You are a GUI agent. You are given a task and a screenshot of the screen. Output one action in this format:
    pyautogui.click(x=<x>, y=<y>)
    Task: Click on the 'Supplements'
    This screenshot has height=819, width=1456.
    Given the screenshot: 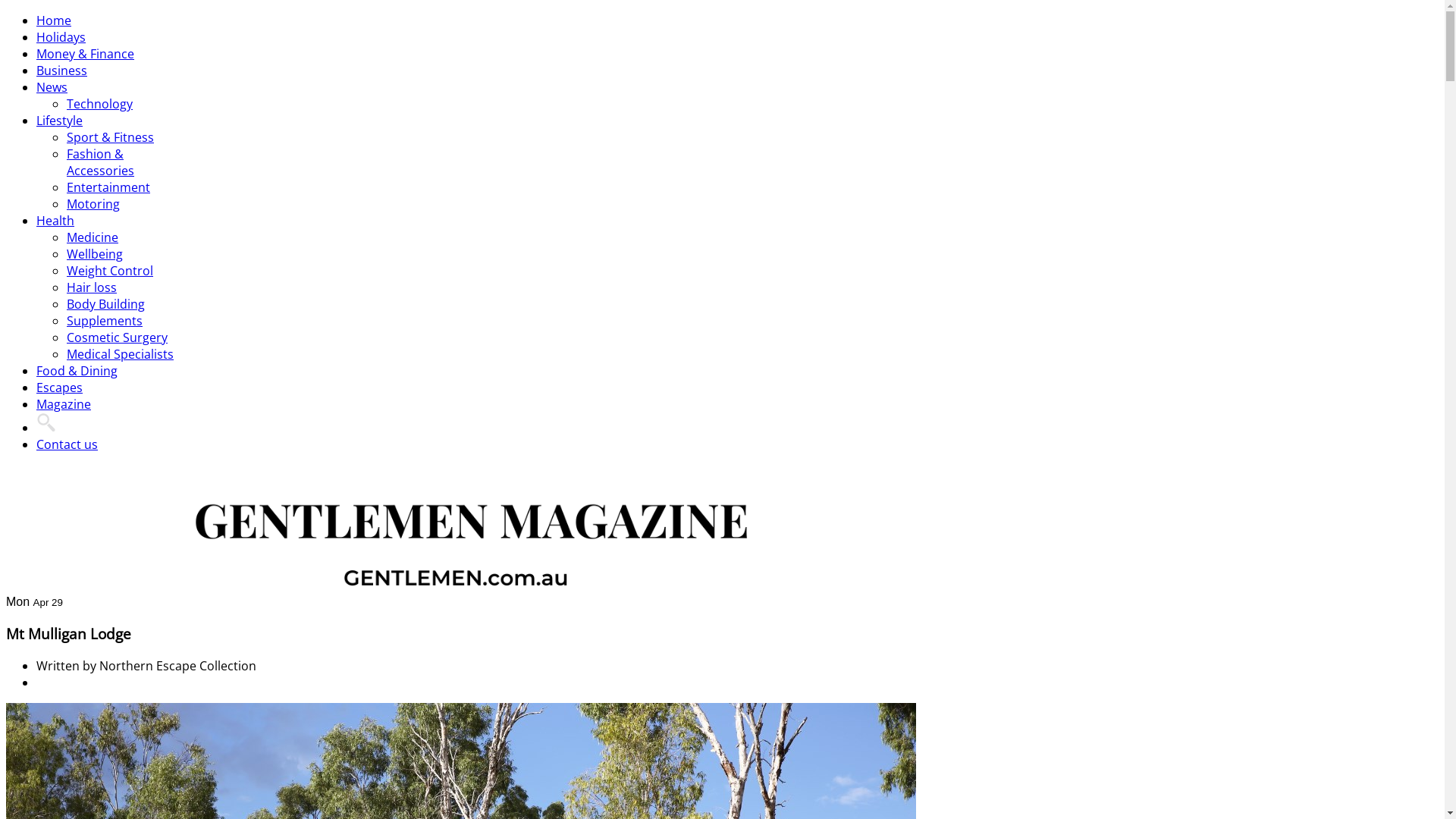 What is the action you would take?
    pyautogui.click(x=104, y=320)
    